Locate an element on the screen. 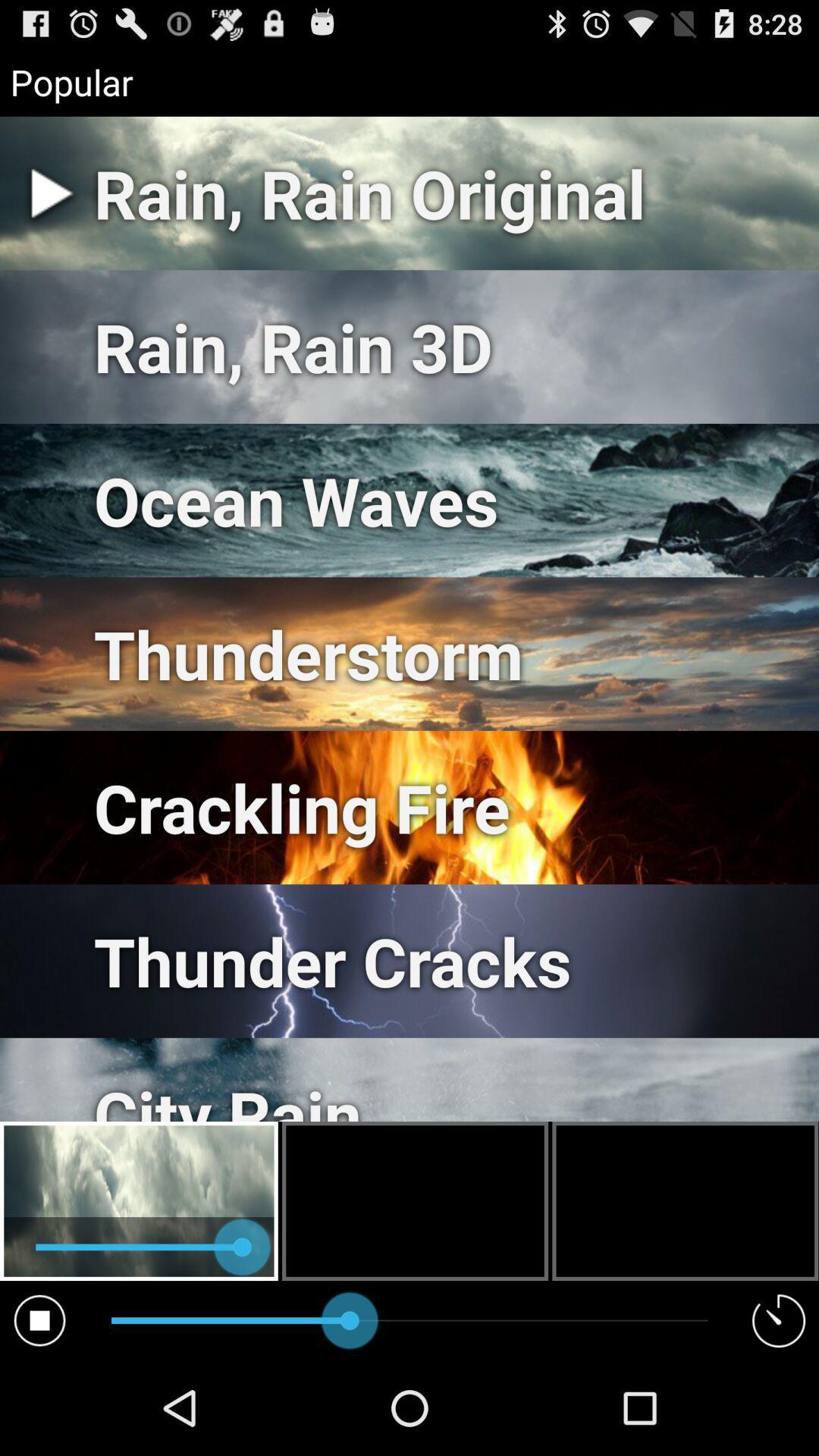  the time icon is located at coordinates (779, 1412).